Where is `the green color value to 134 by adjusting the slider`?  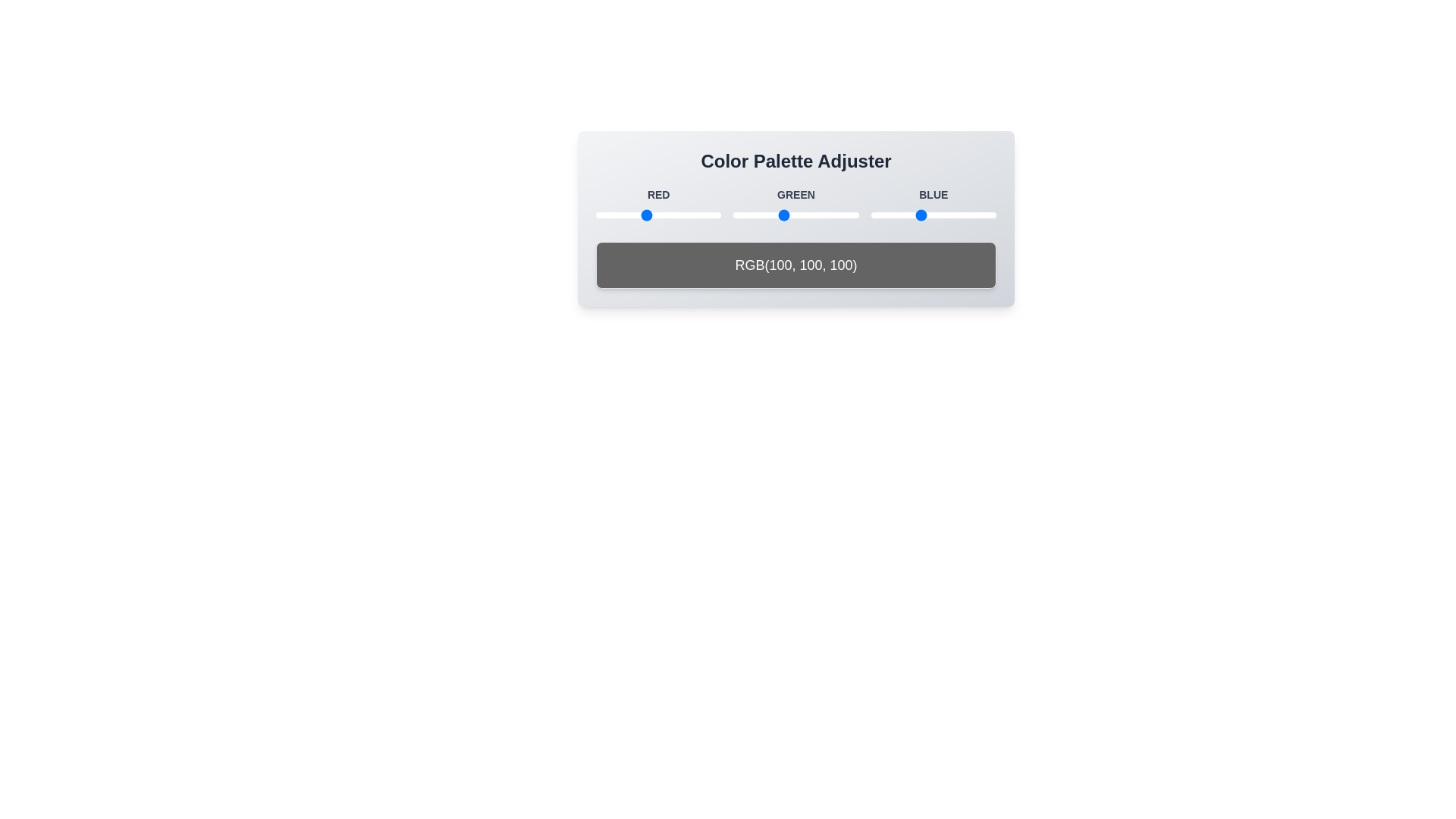 the green color value to 134 by adjusting the slider is located at coordinates (799, 215).